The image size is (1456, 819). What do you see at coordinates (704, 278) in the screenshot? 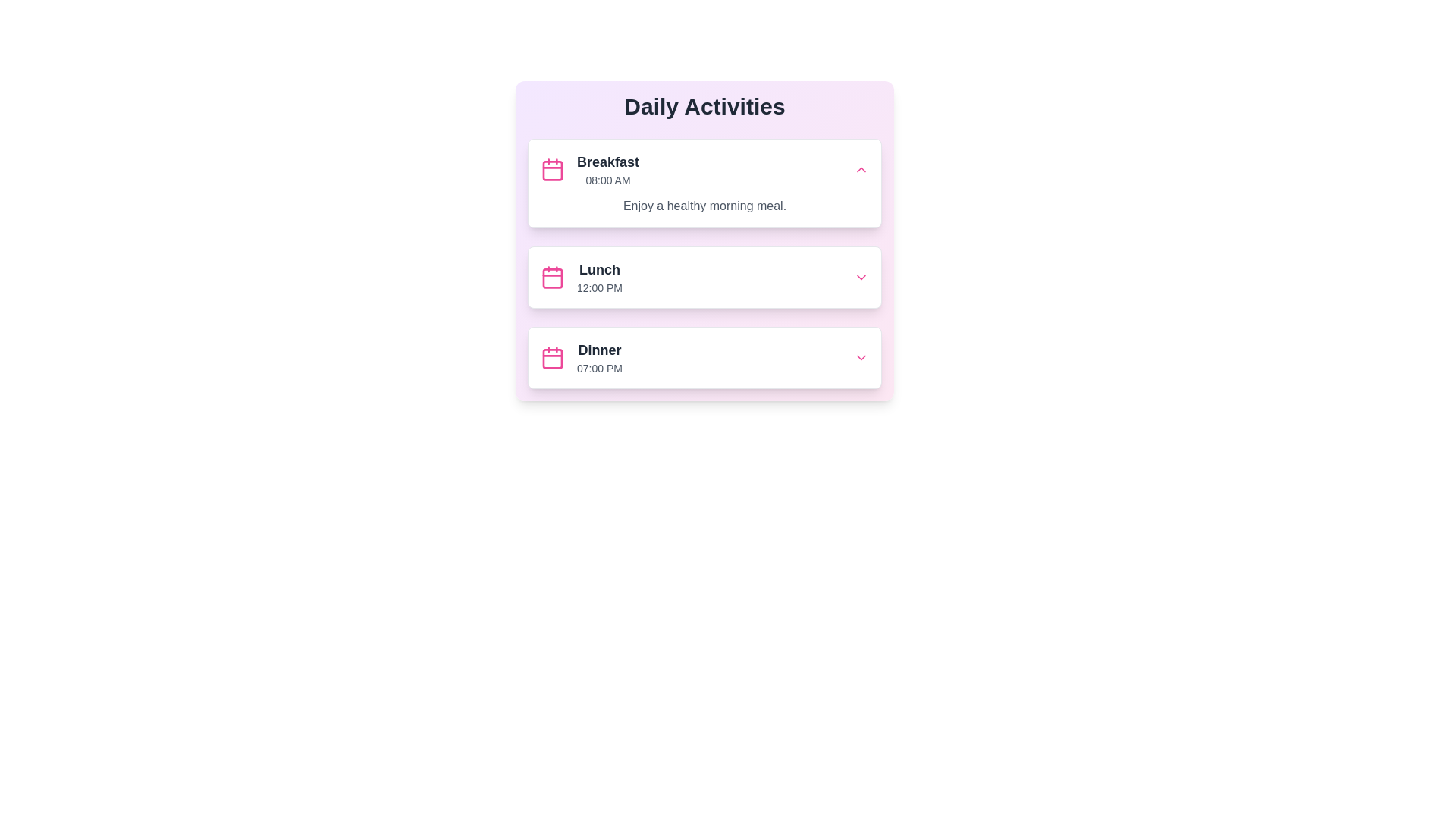
I see `the 'Lunch' card component, which is the second card in the 'Daily Activities' section, identified by its pink calendar icon and chevron arrow` at bounding box center [704, 278].